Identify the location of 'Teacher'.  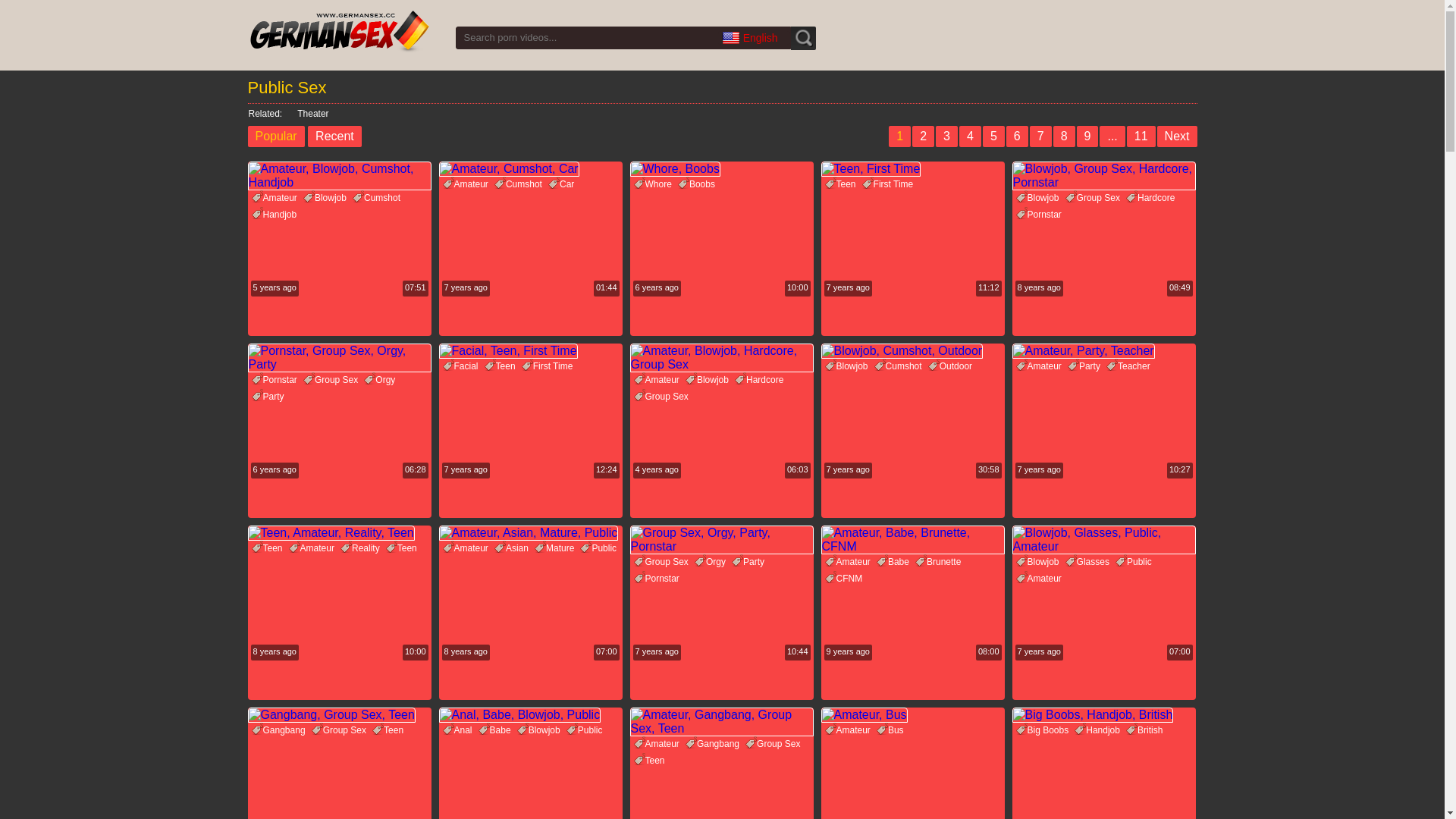
(1130, 366).